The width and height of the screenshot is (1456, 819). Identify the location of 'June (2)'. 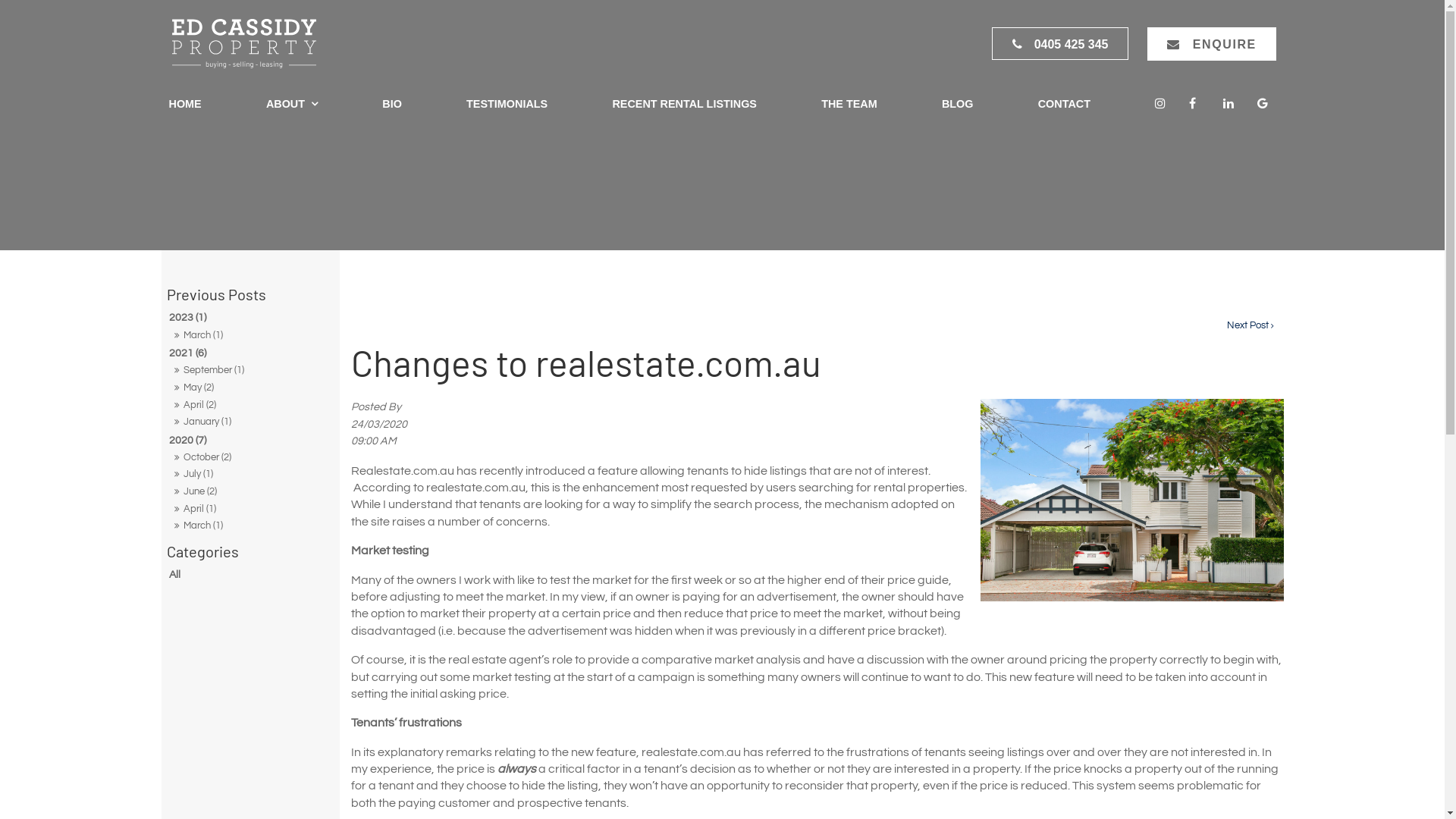
(250, 491).